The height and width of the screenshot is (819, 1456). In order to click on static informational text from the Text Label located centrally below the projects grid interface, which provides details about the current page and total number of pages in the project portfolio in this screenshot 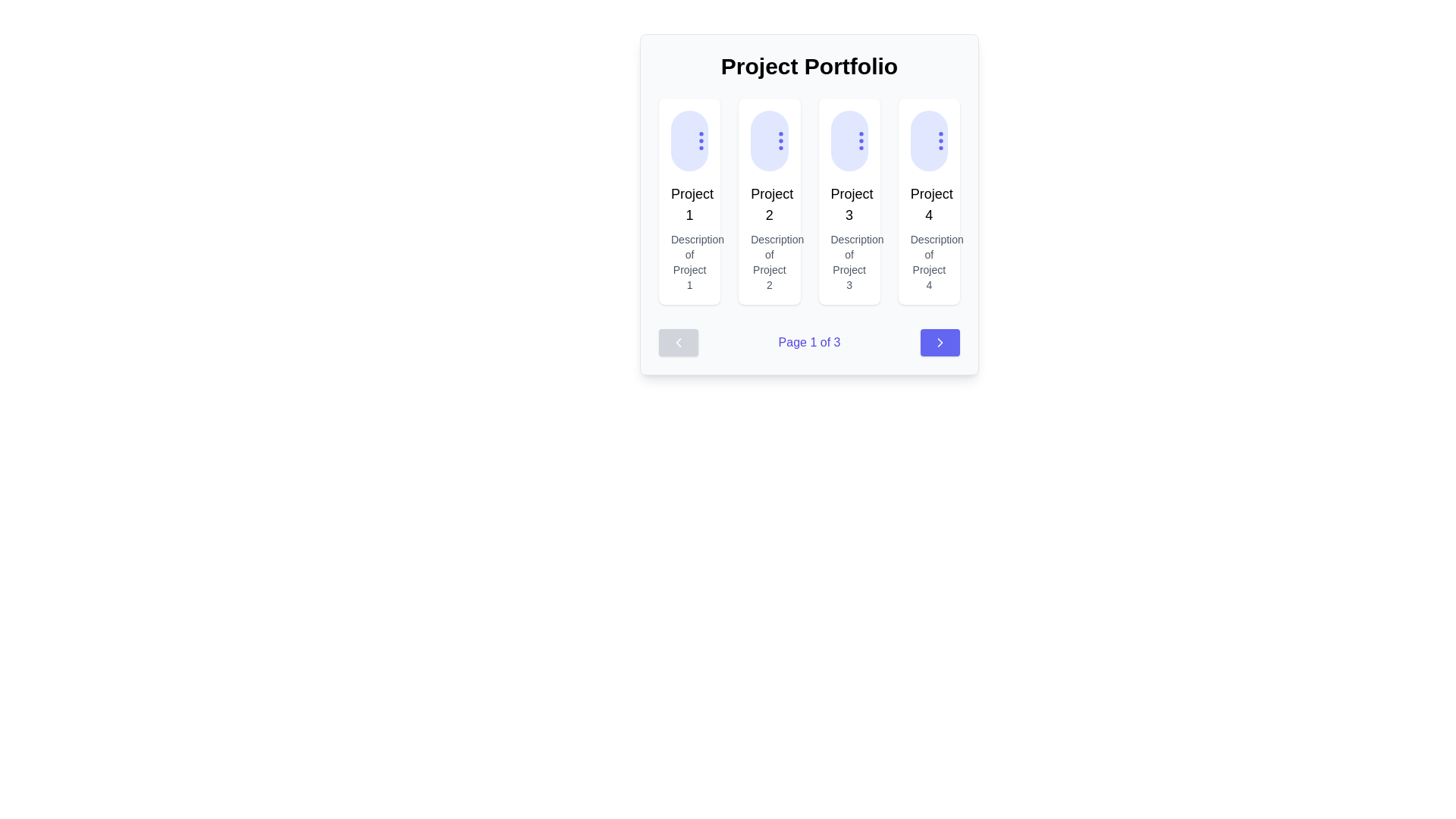, I will do `click(808, 342)`.